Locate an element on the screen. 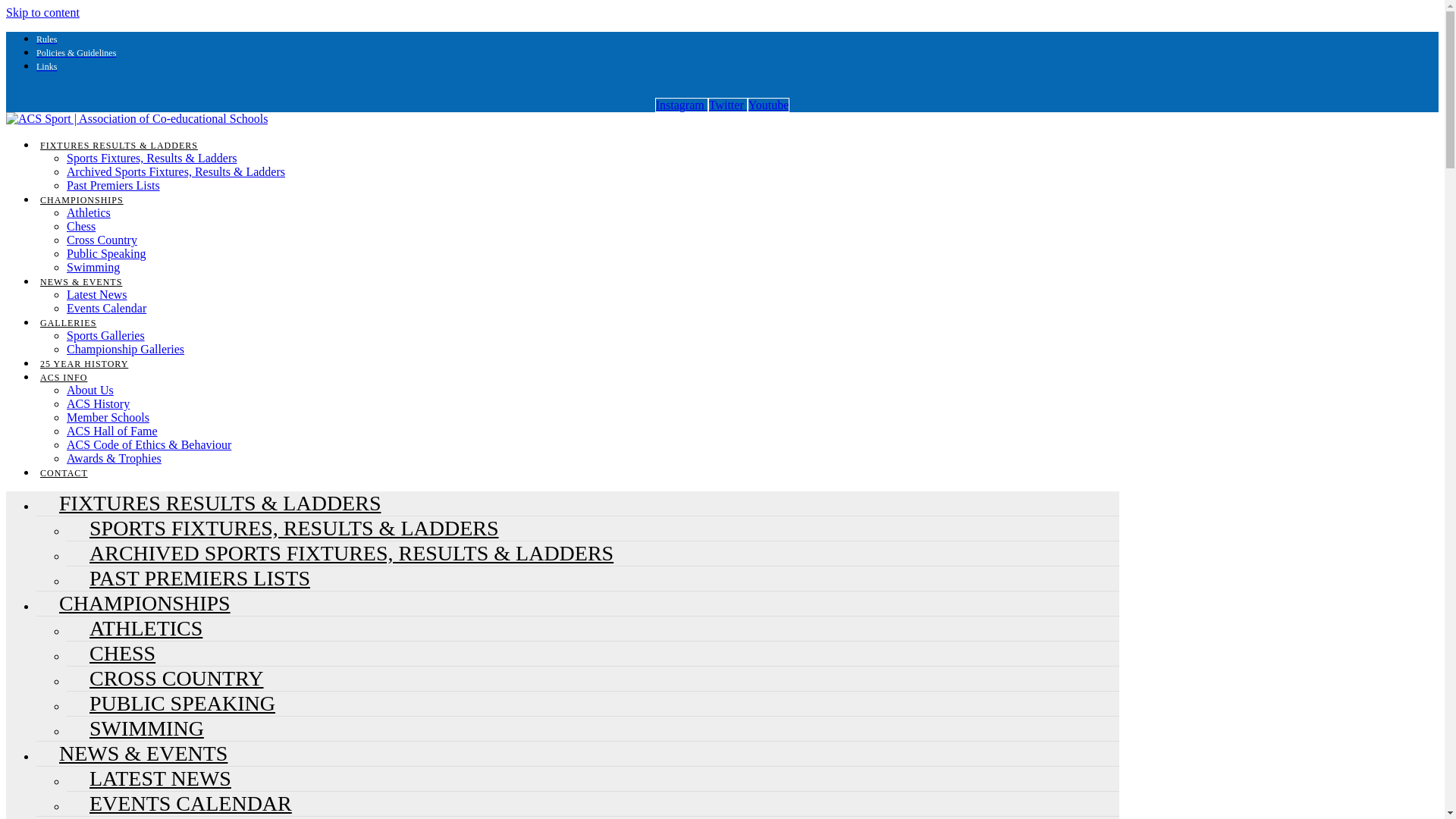 The height and width of the screenshot is (819, 1456). '25 YEAR HISTORY' is located at coordinates (83, 363).